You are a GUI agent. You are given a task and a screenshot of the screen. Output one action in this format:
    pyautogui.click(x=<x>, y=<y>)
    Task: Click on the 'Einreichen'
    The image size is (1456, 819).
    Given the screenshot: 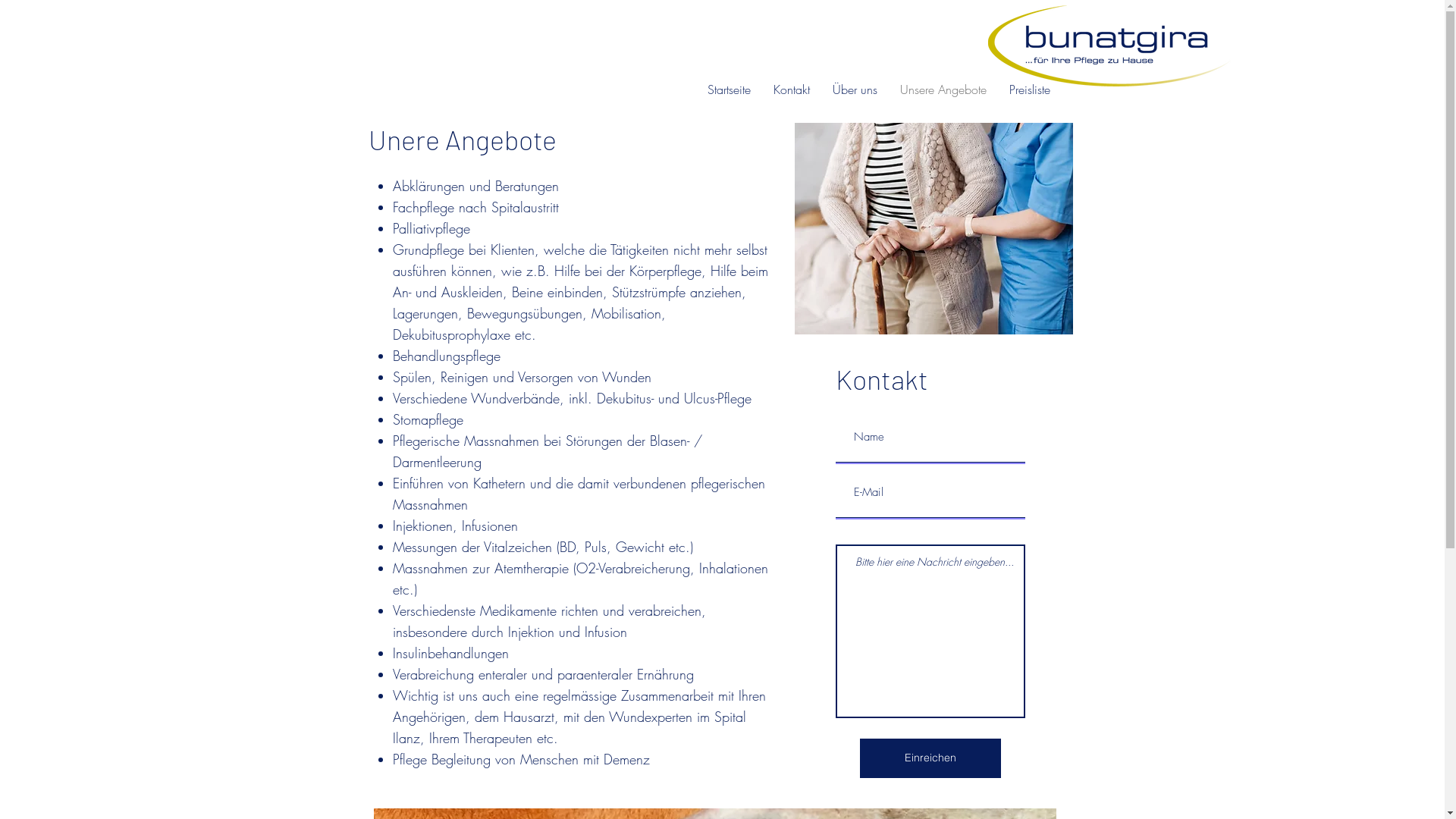 What is the action you would take?
    pyautogui.click(x=930, y=758)
    